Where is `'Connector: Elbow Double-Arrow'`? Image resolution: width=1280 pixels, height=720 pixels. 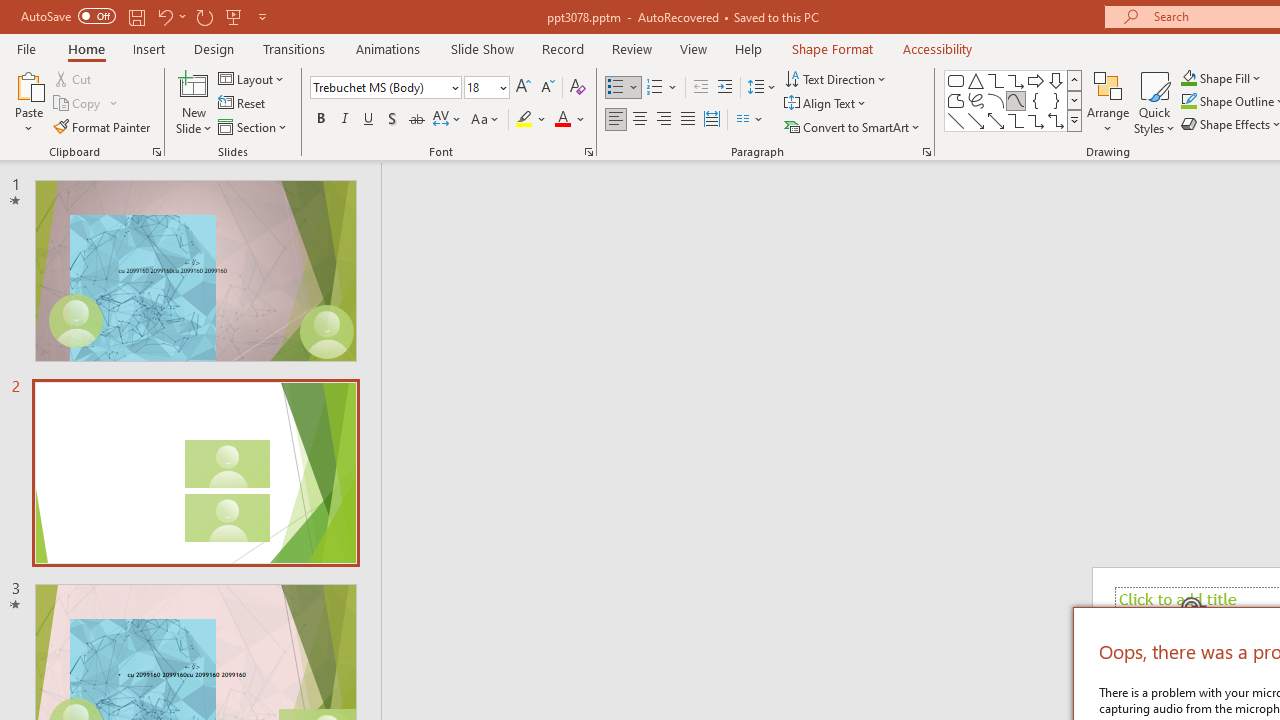 'Connector: Elbow Double-Arrow' is located at coordinates (1055, 120).